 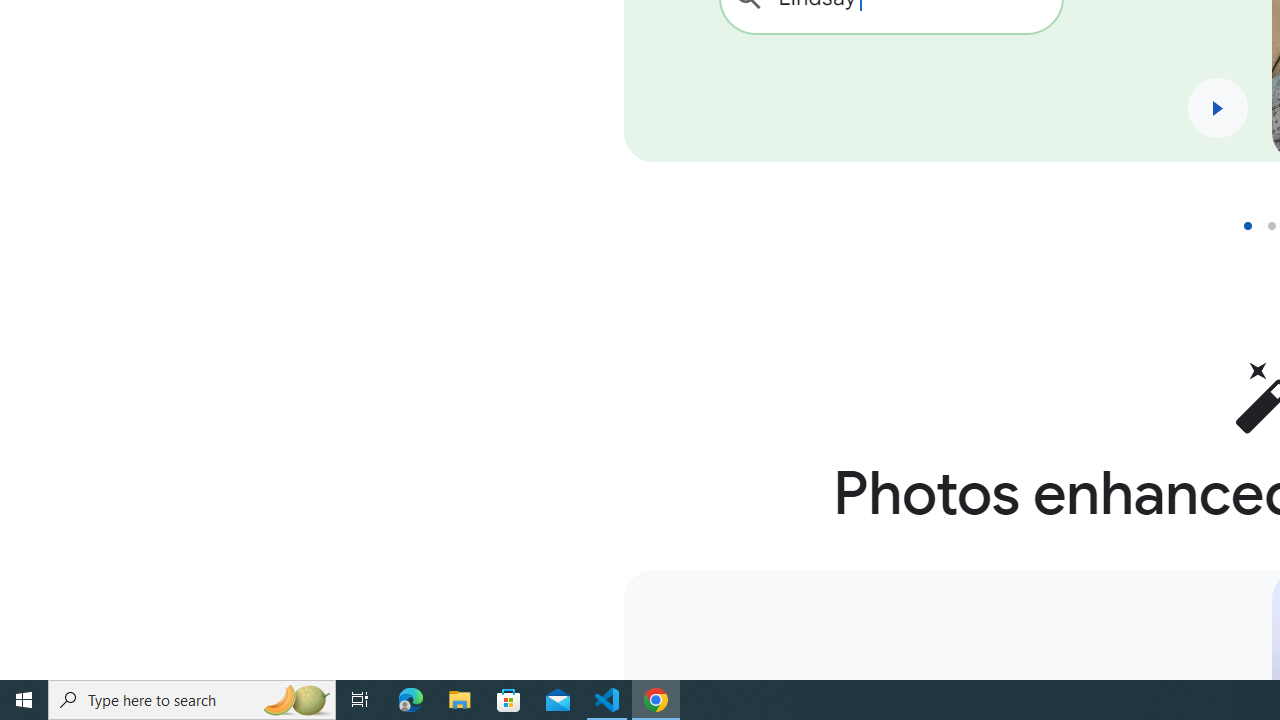 What do you see at coordinates (1254, 225) in the screenshot?
I see `'Go to slide 1'` at bounding box center [1254, 225].